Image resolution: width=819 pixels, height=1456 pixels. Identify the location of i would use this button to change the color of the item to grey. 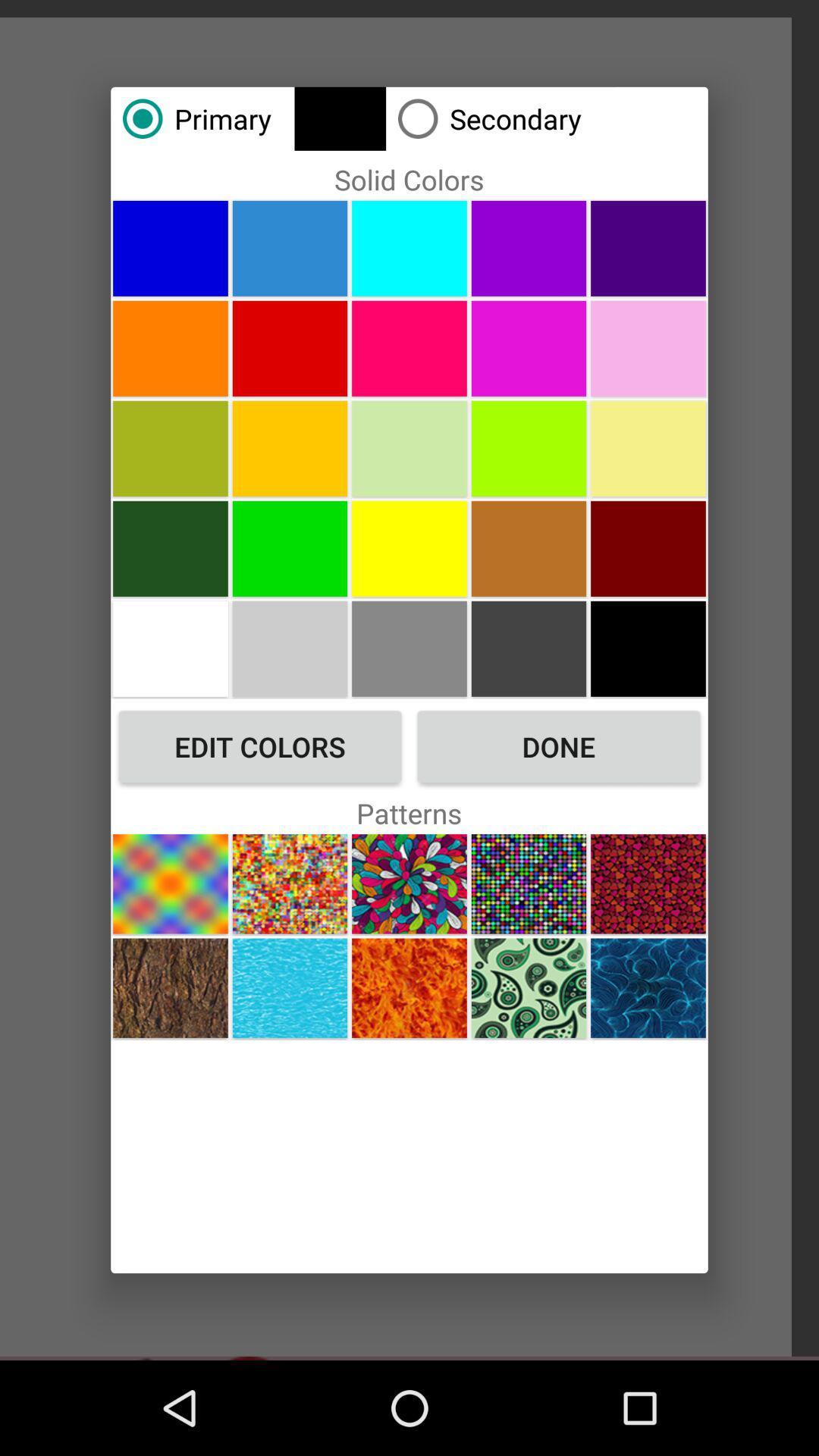
(290, 648).